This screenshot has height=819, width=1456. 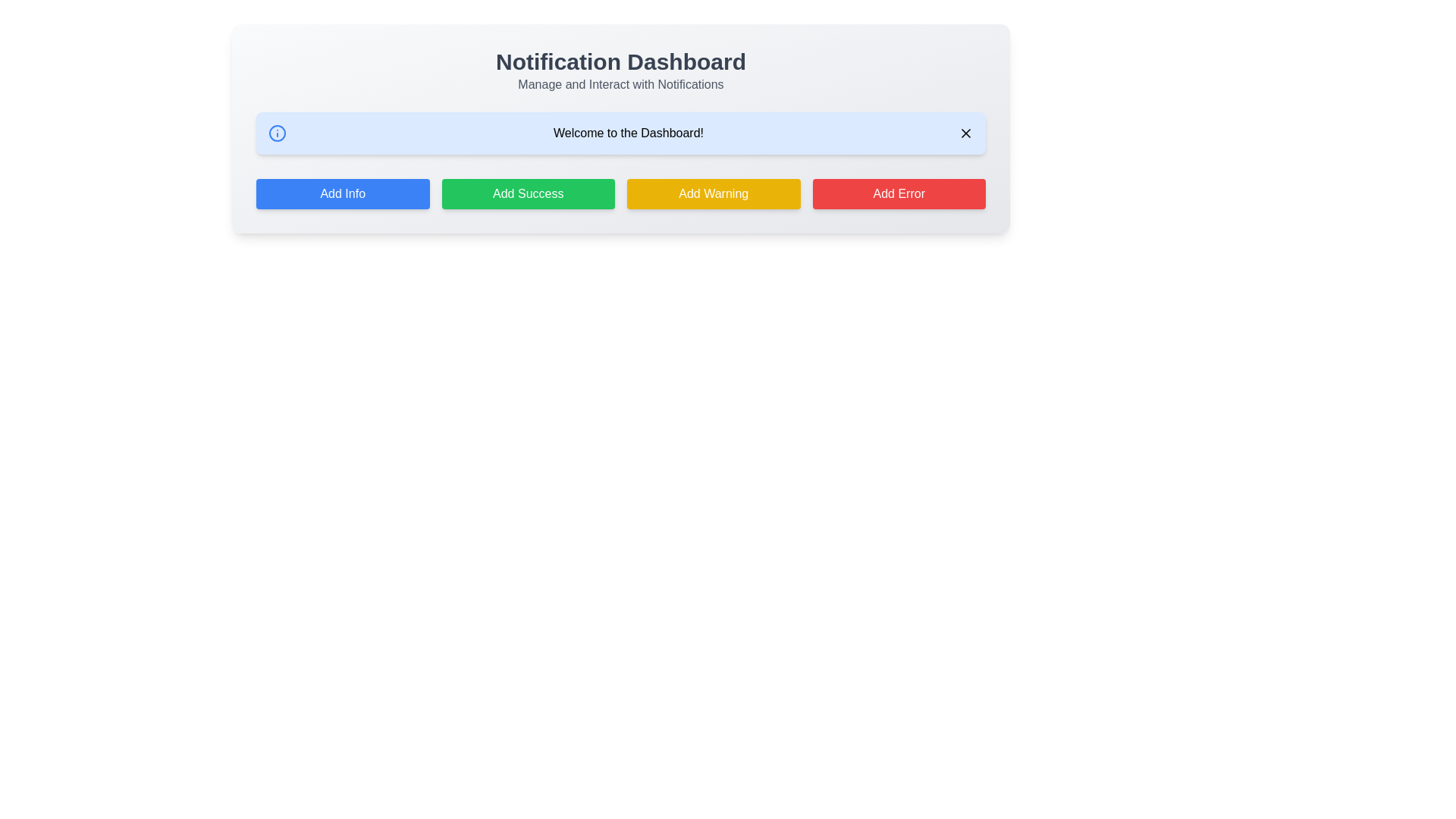 What do you see at coordinates (965, 133) in the screenshot?
I see `the small black 'X' icon located at the far right of the notification bar labeled 'Welcome to the Dashboard!' to potentially see a visual effect` at bounding box center [965, 133].